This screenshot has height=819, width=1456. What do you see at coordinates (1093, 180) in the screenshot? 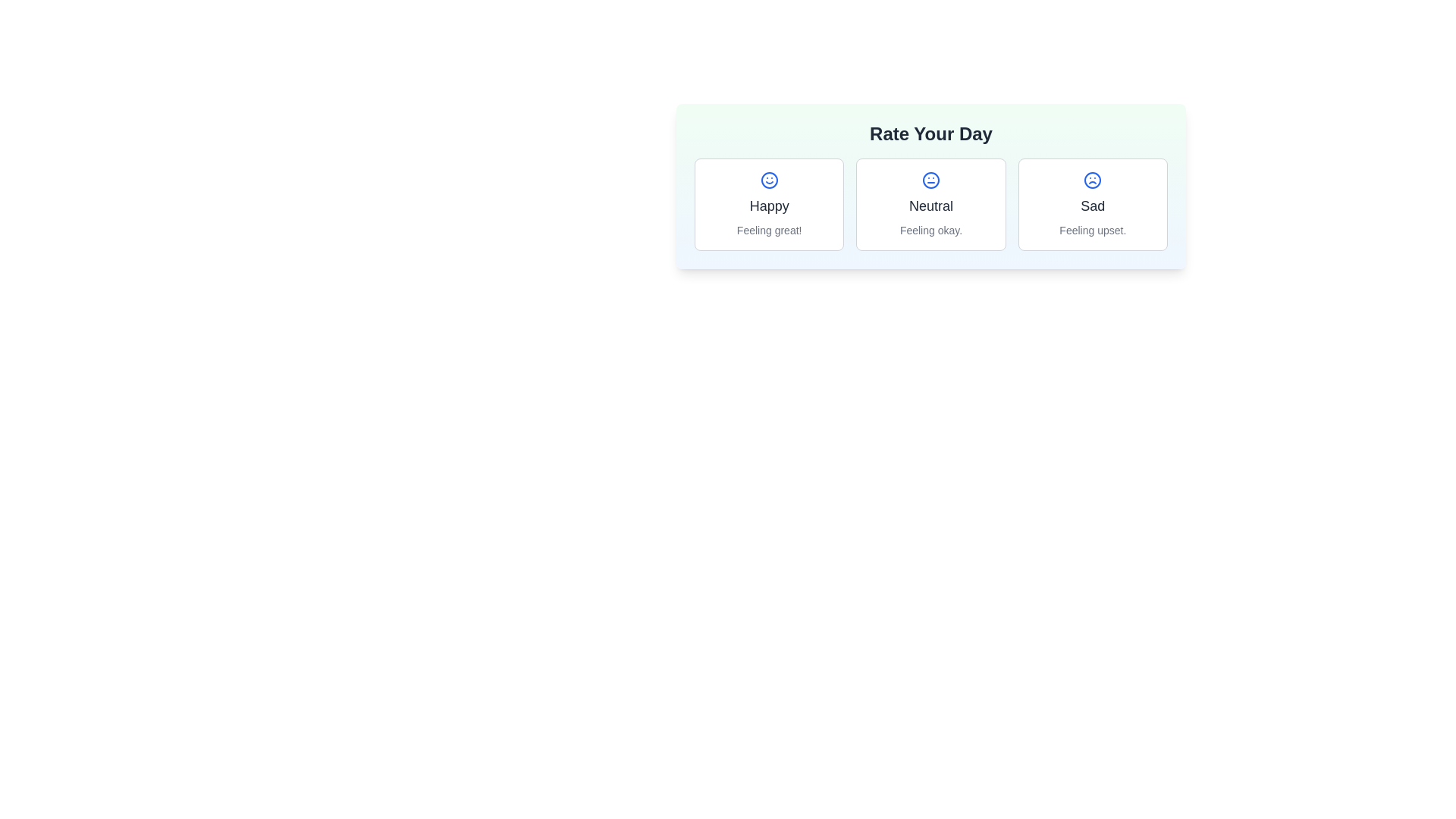
I see `the circular sad face icon, which is blue in color and located at the top section of the card labeled 'Sad'` at bounding box center [1093, 180].